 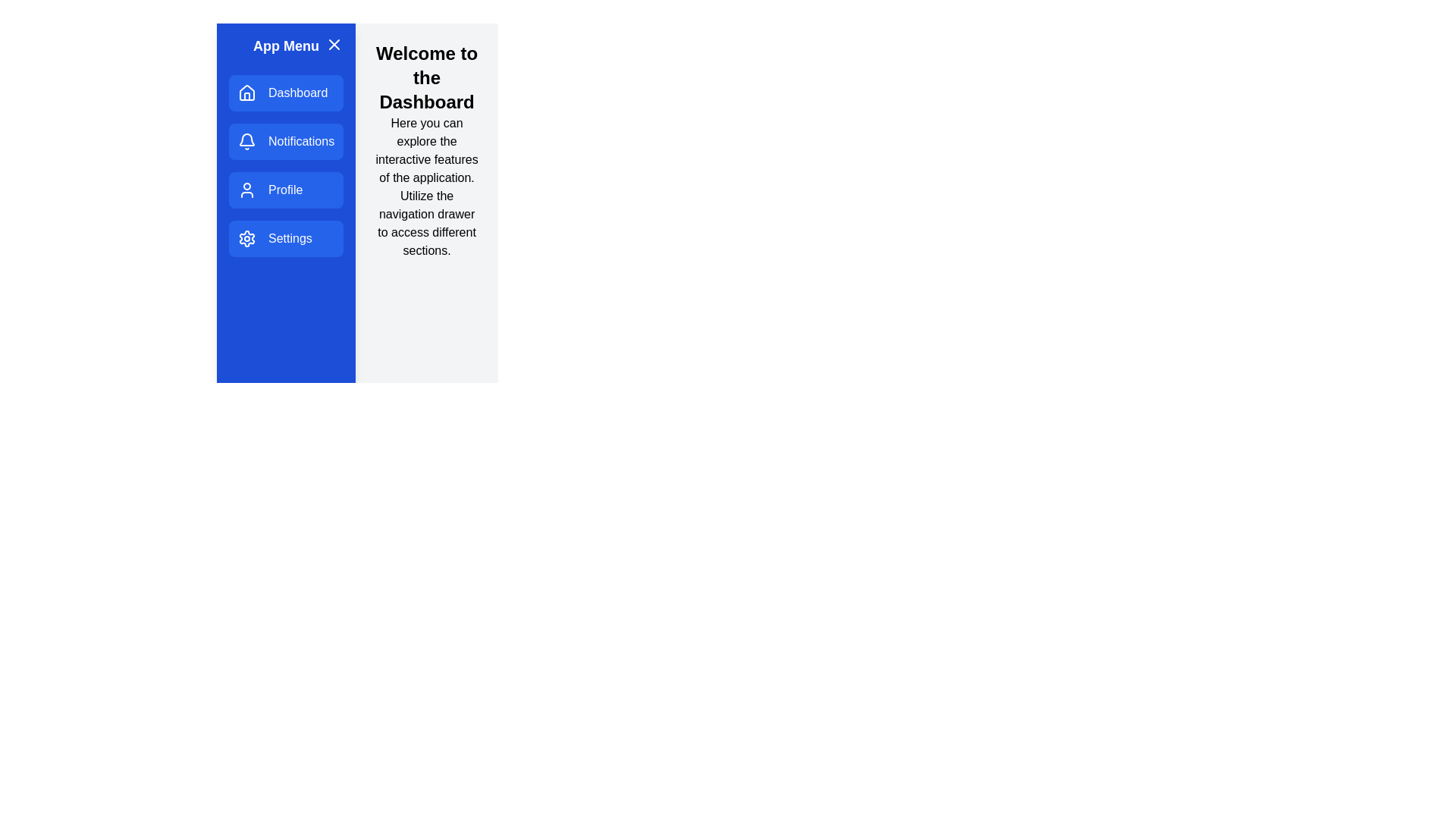 I want to click on the close button located at the top-right corner of the sidebar menu, so click(x=334, y=43).